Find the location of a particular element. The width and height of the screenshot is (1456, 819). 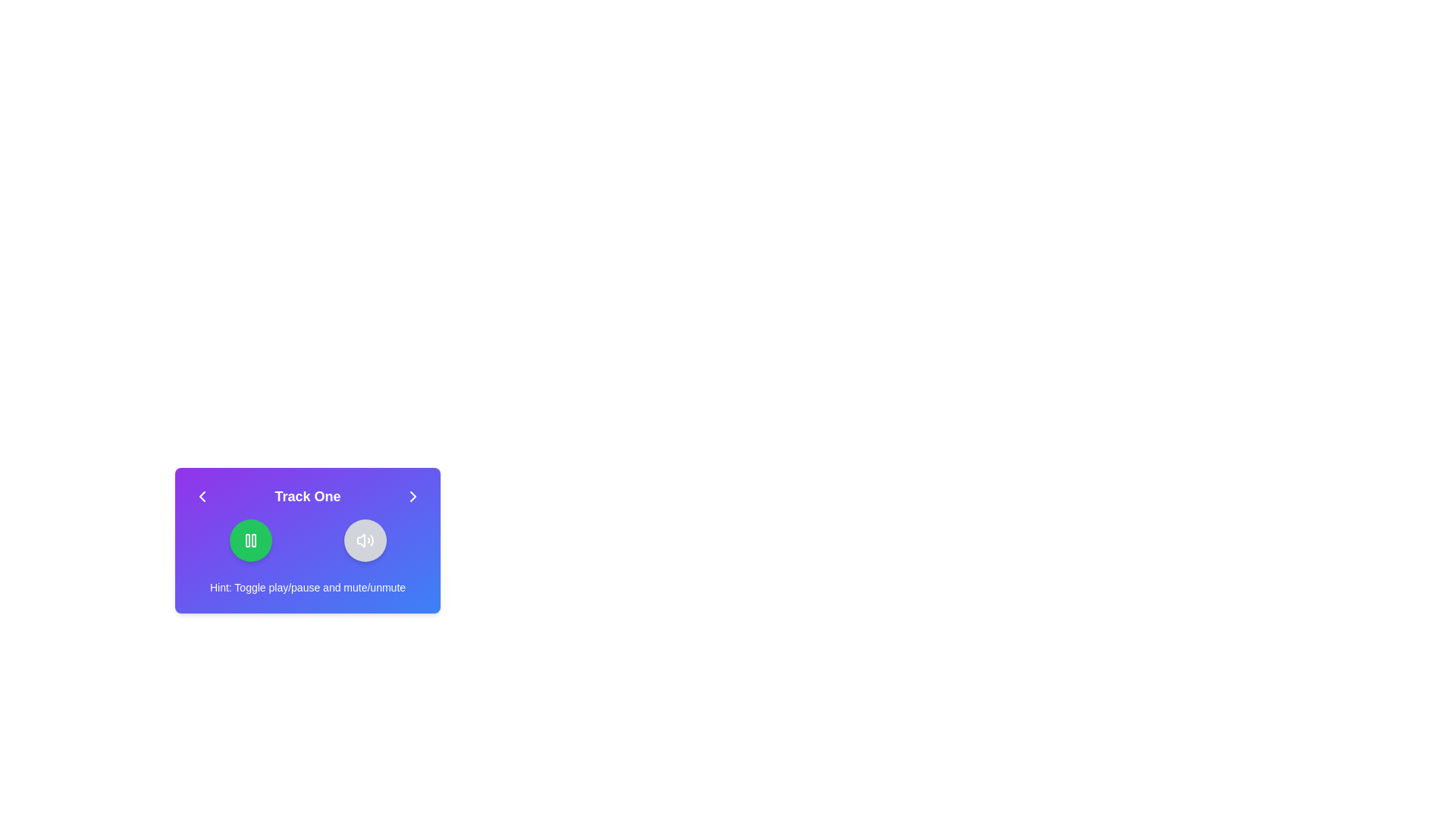

the left vertical bar of the pause icon located within the green circular background under the 'Track One' title is located at coordinates (247, 540).